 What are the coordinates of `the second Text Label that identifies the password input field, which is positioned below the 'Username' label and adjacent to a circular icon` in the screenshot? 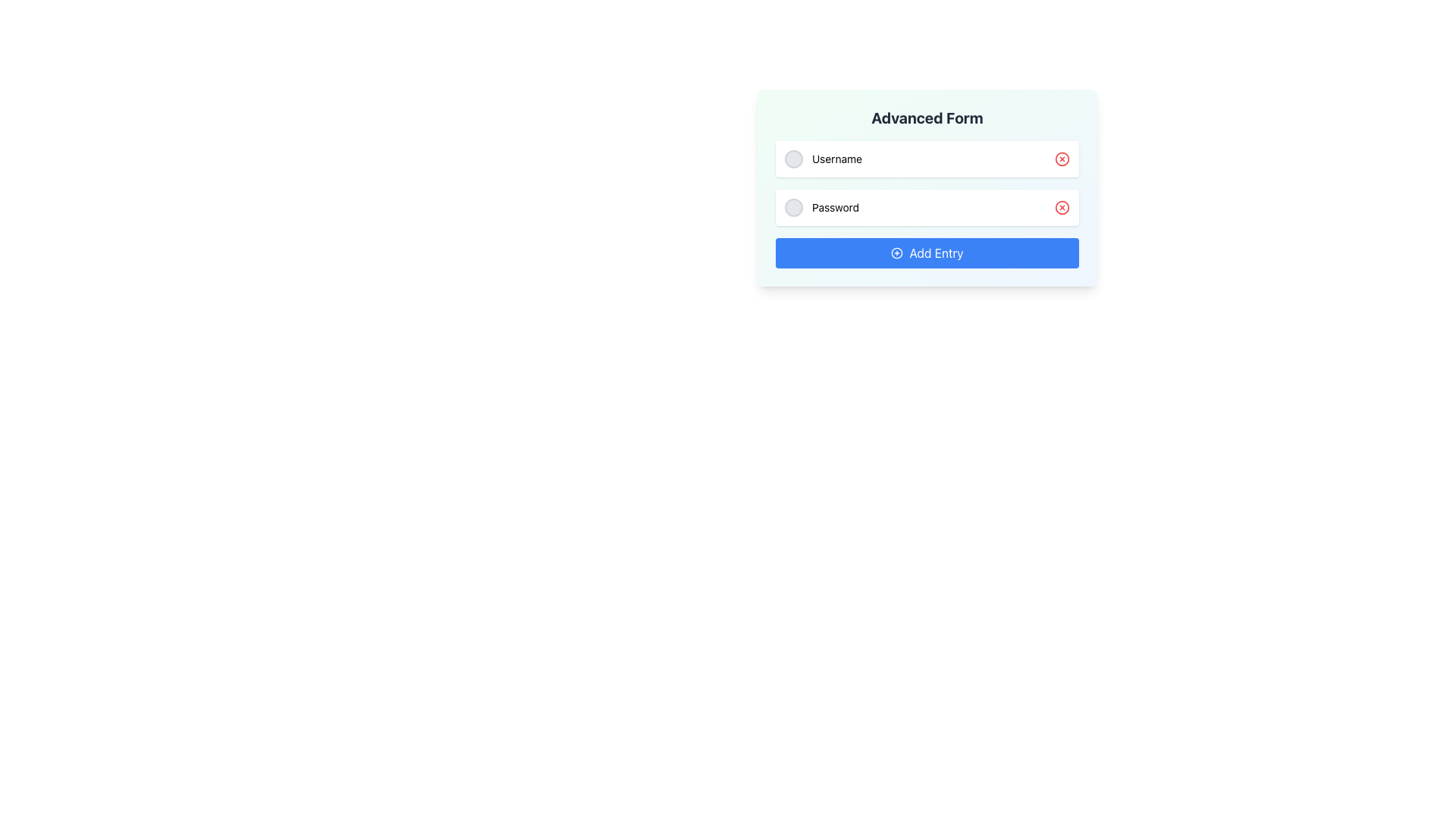 It's located at (835, 207).